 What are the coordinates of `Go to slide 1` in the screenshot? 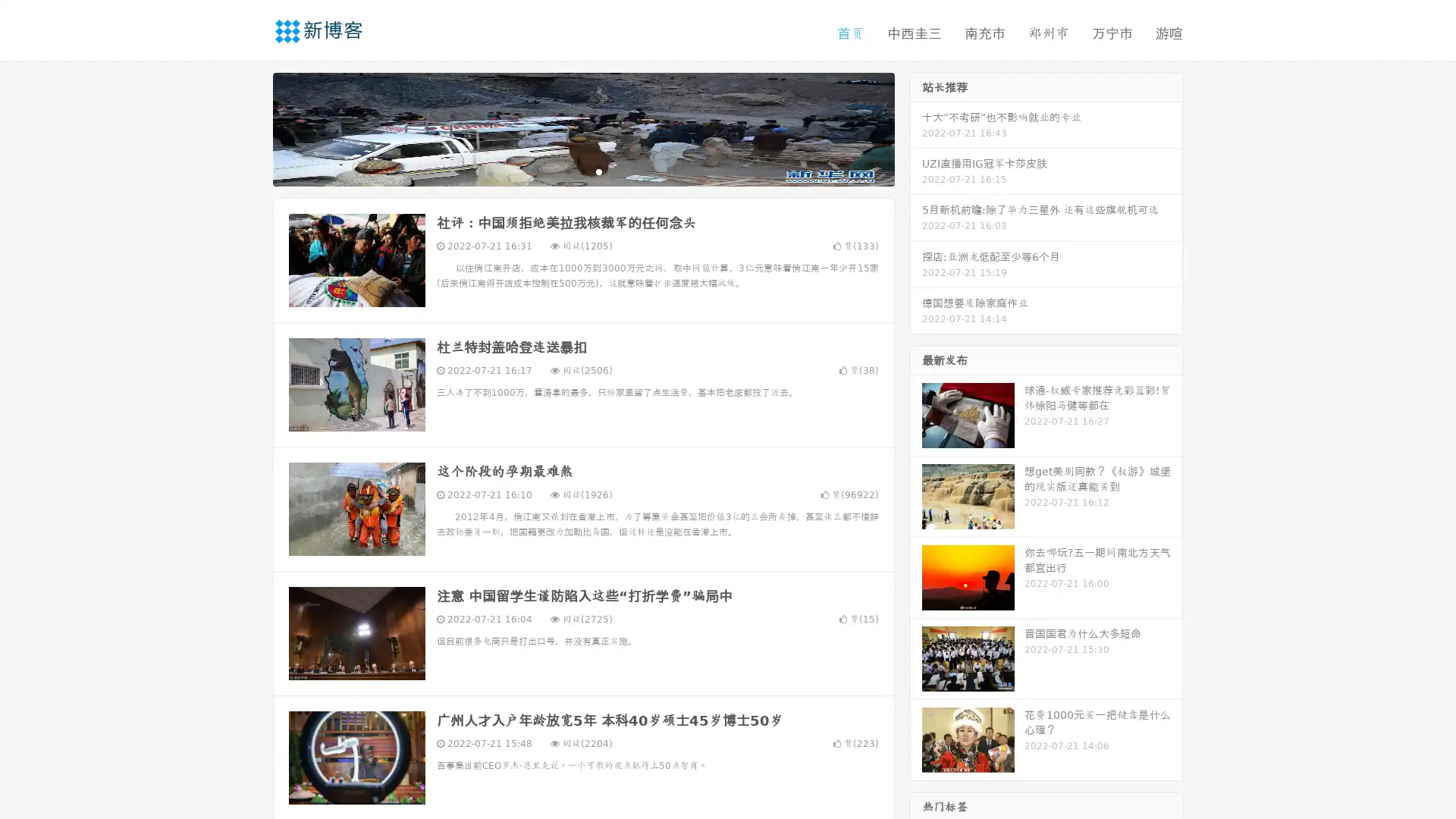 It's located at (567, 171).